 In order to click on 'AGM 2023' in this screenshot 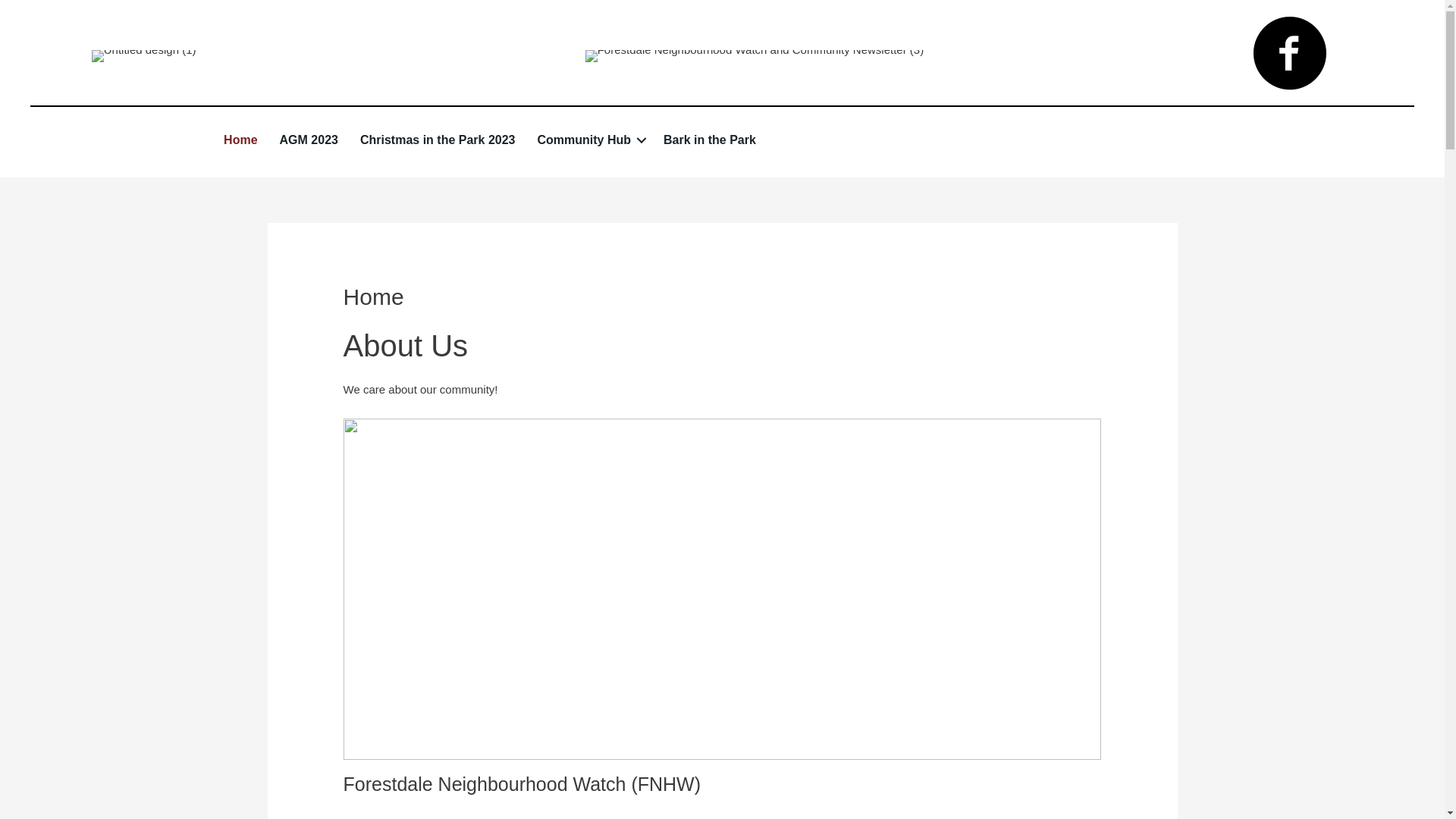, I will do `click(269, 140)`.